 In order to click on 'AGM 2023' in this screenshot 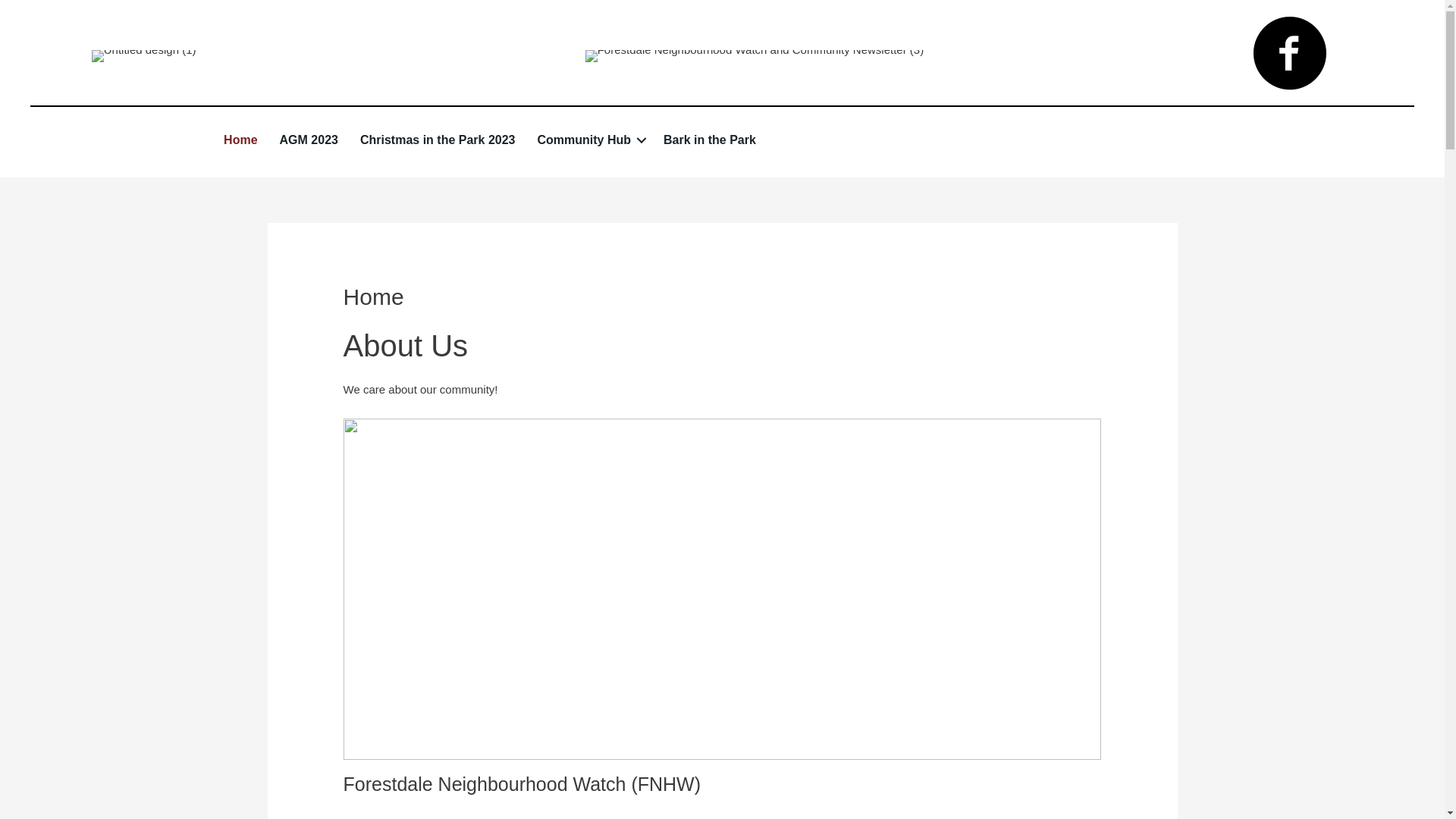, I will do `click(269, 140)`.